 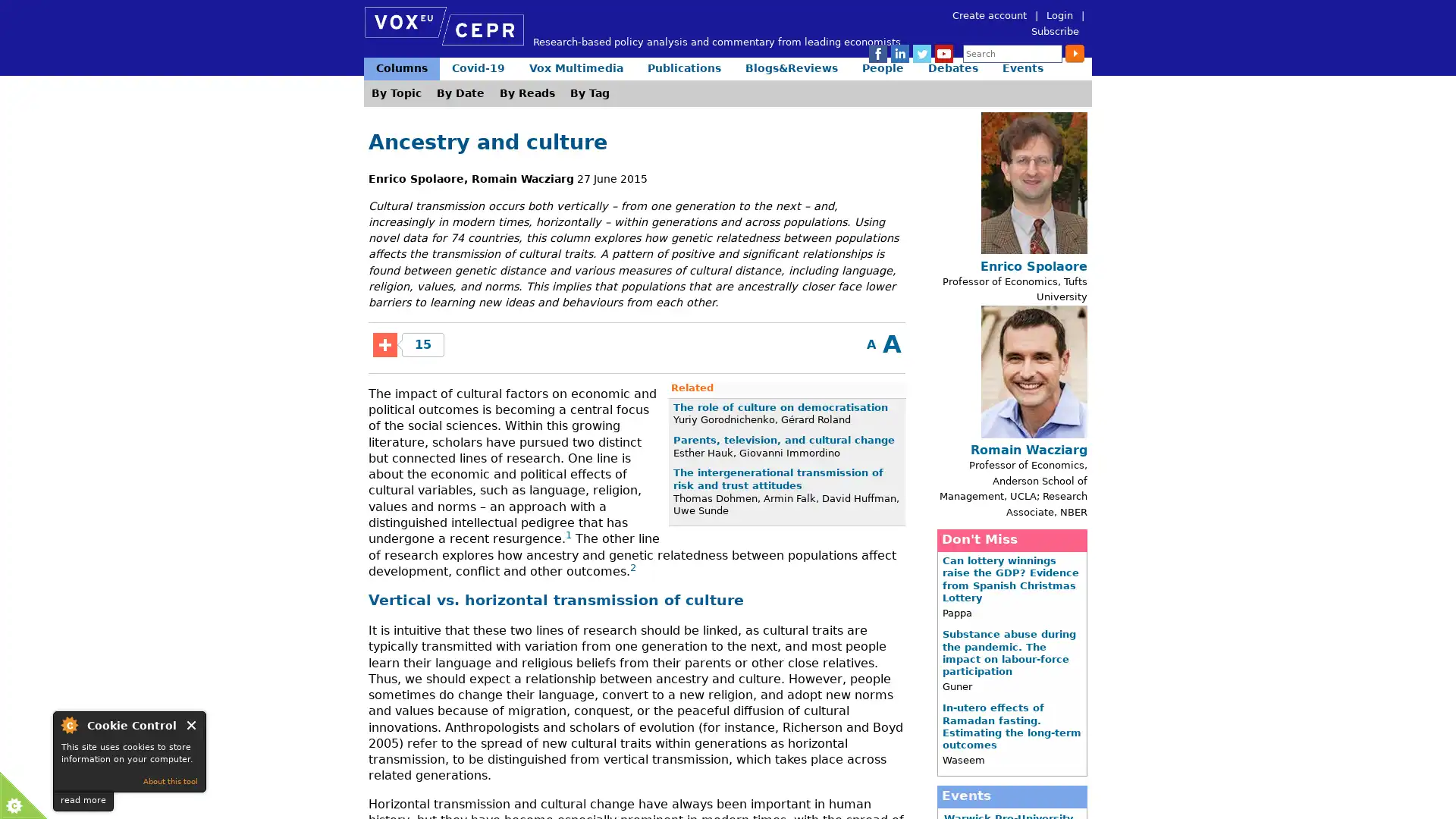 I want to click on Submit, so click(x=1074, y=52).